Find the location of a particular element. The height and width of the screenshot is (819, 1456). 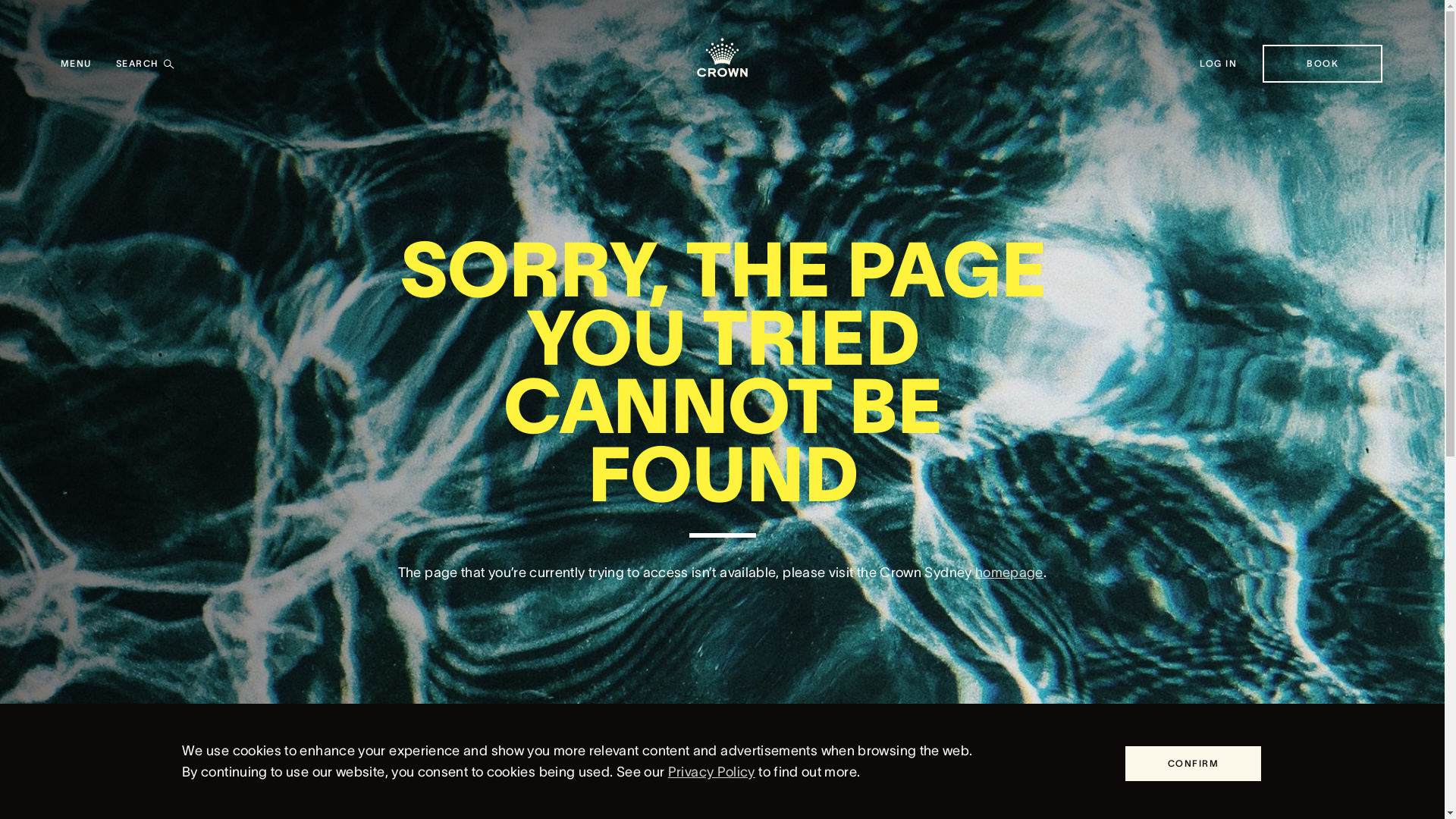

'LOG IN' is located at coordinates (1219, 63).